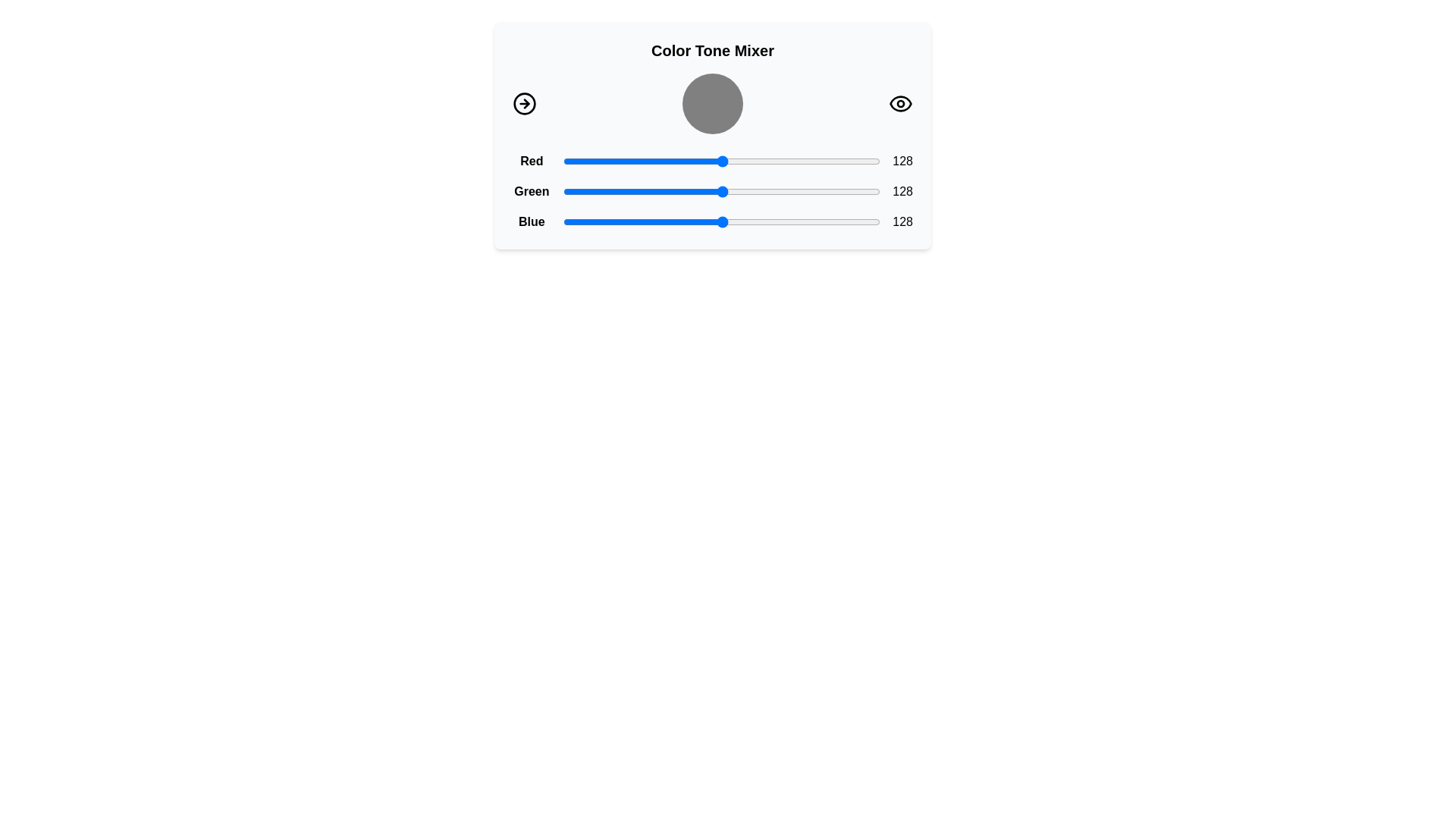 This screenshot has height=819, width=1456. Describe the element at coordinates (752, 191) in the screenshot. I see `the green color intensity` at that location.